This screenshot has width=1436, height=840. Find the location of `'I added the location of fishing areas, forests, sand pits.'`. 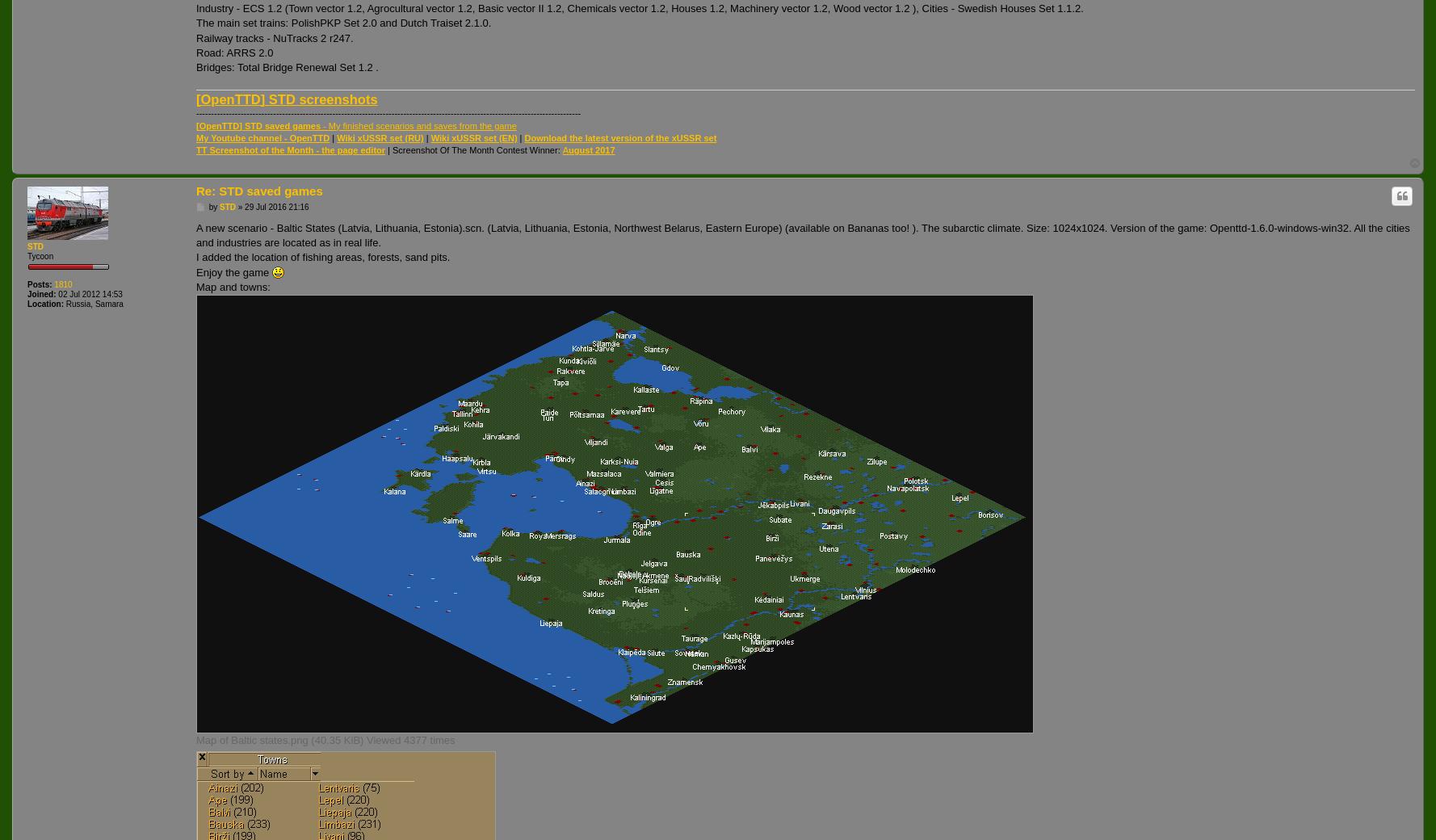

'I added the location of fishing areas, forests, sand pits.' is located at coordinates (323, 256).